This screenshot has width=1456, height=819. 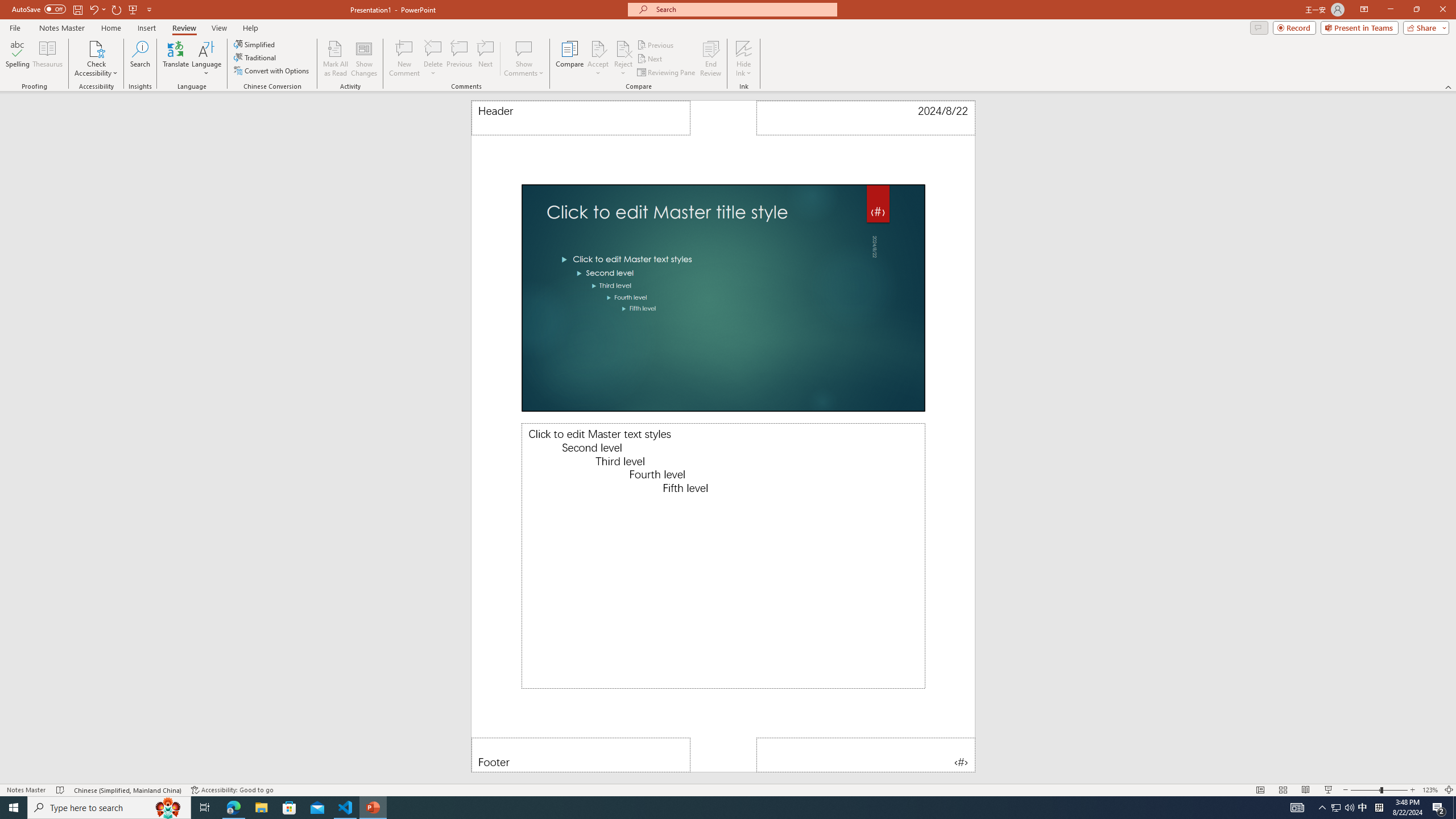 I want to click on 'Compare', so click(x=570, y=59).